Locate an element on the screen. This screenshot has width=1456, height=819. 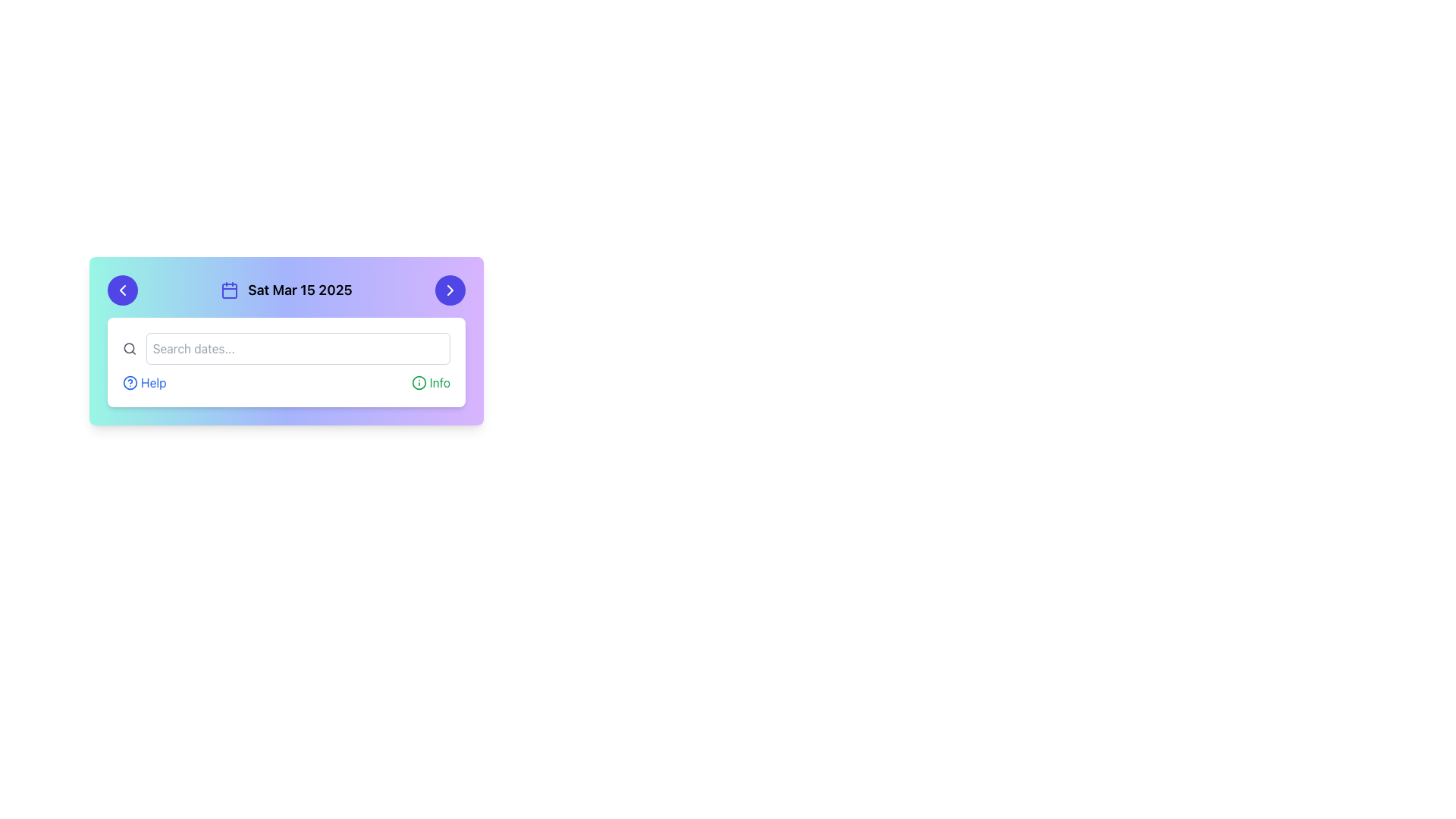
the static text label that displays the date, located at the top section of a styled card interface, positioned to the right of a calendar icon and to the left of a right-pointing arrow icon is located at coordinates (300, 290).